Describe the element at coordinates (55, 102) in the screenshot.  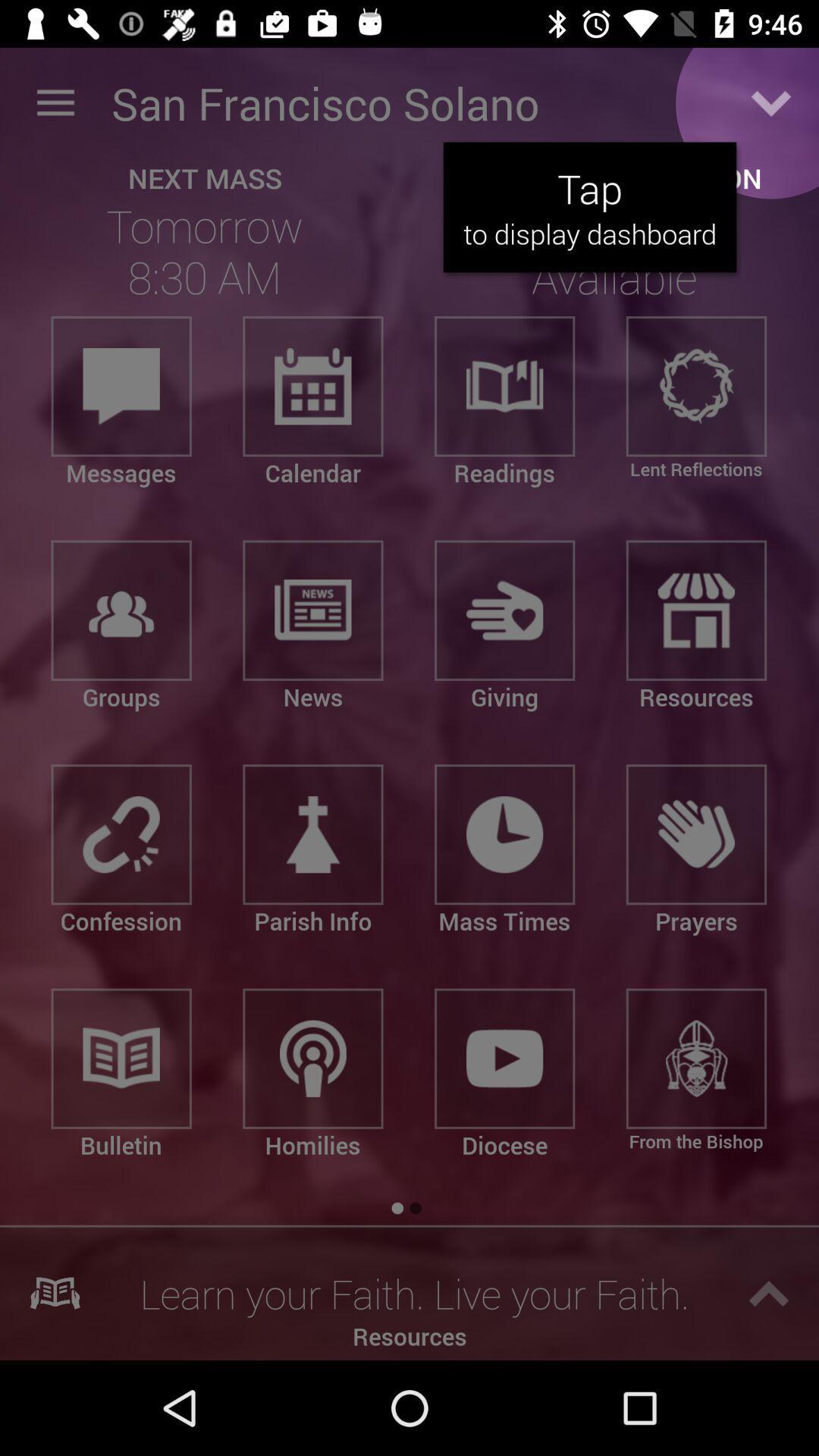
I see `the icon to the left of san francisco solano icon` at that location.